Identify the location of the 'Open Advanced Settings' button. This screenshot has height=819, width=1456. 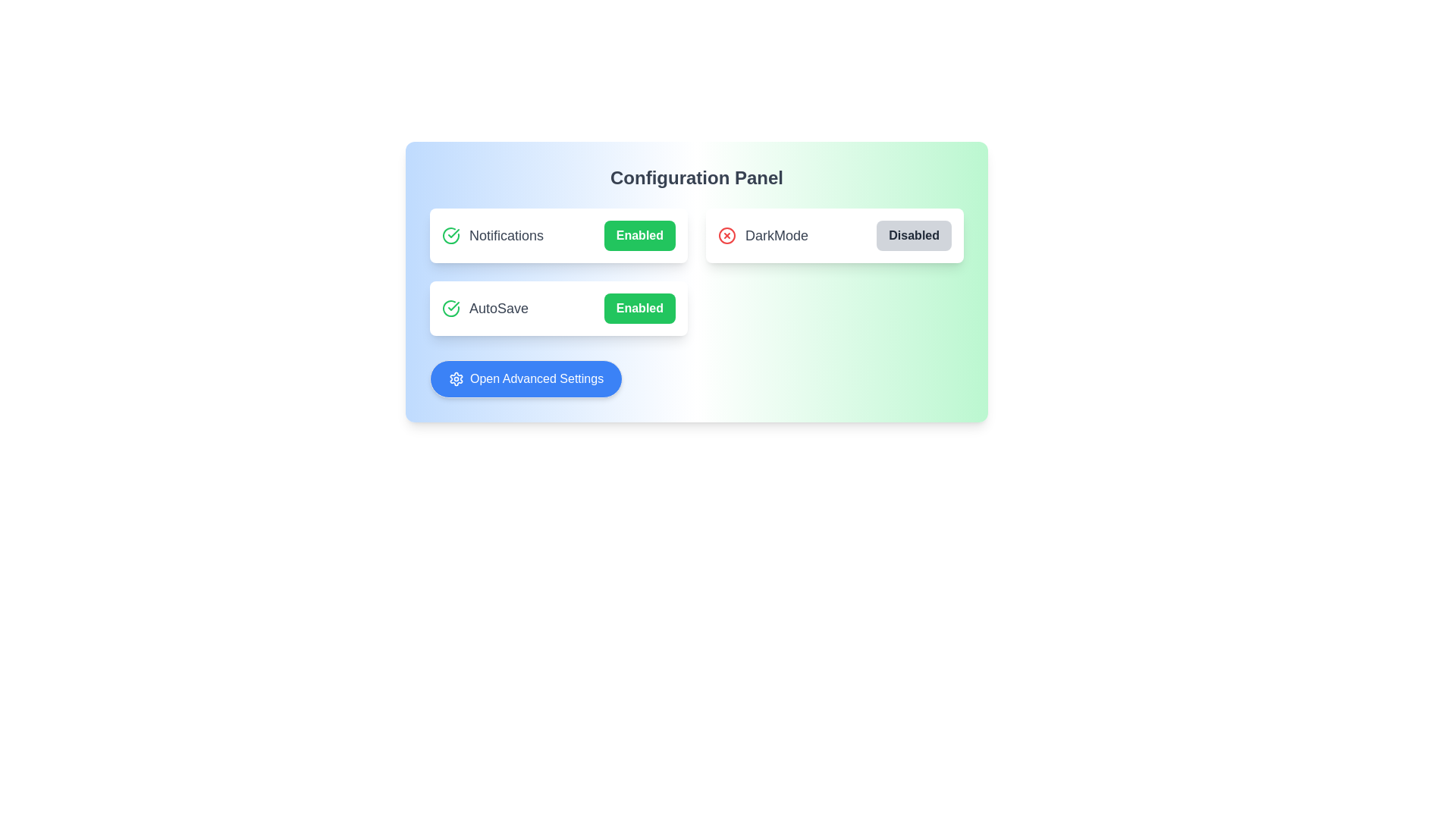
(526, 378).